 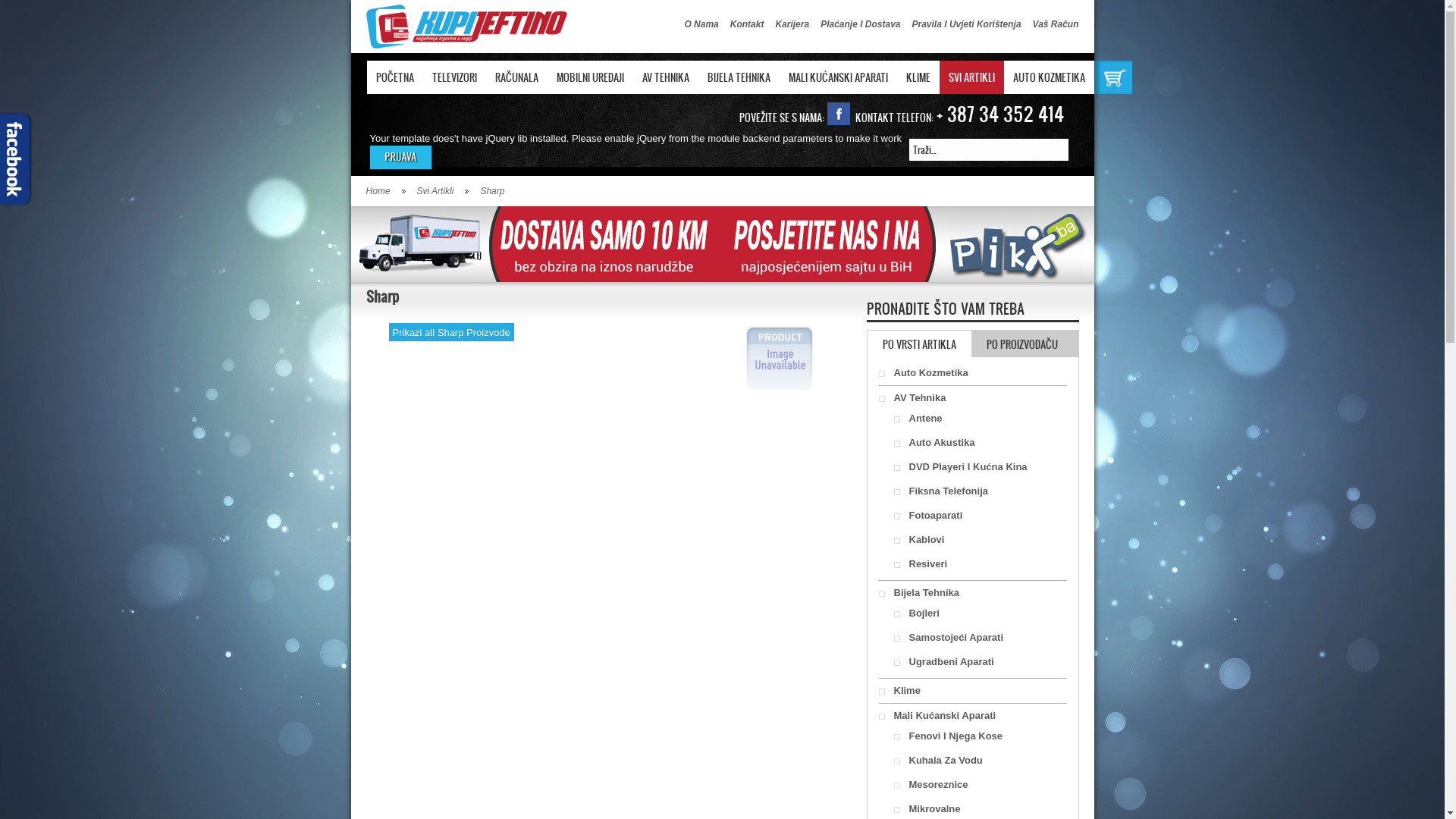 What do you see at coordinates (450, 331) in the screenshot?
I see `'Prikazi all Sharp Proizvode'` at bounding box center [450, 331].